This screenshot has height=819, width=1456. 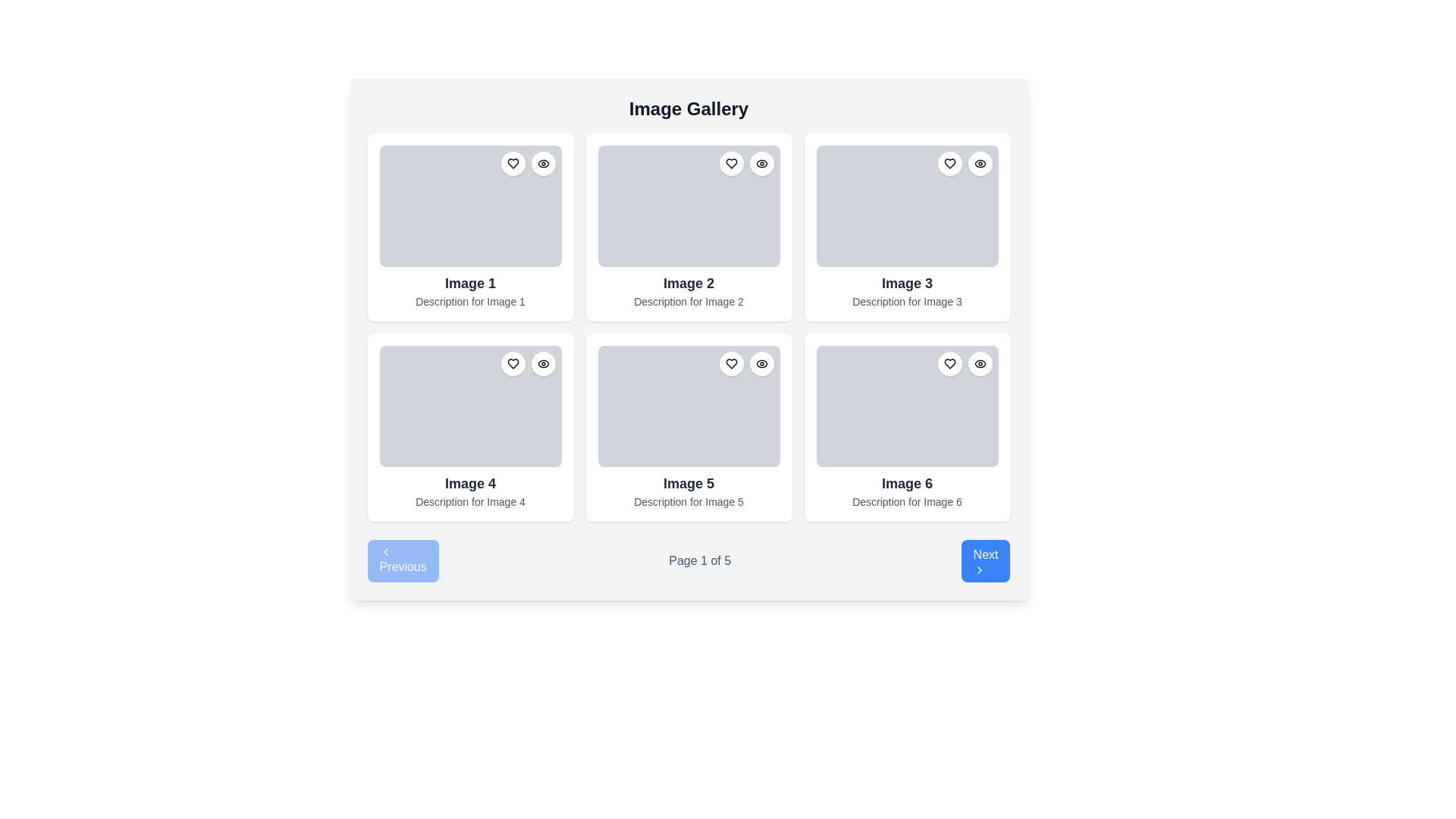 What do you see at coordinates (513, 164) in the screenshot?
I see `the heart icon located at the top-right corner of the first image thumbnail in the gallery to mark the associated item as favorite` at bounding box center [513, 164].